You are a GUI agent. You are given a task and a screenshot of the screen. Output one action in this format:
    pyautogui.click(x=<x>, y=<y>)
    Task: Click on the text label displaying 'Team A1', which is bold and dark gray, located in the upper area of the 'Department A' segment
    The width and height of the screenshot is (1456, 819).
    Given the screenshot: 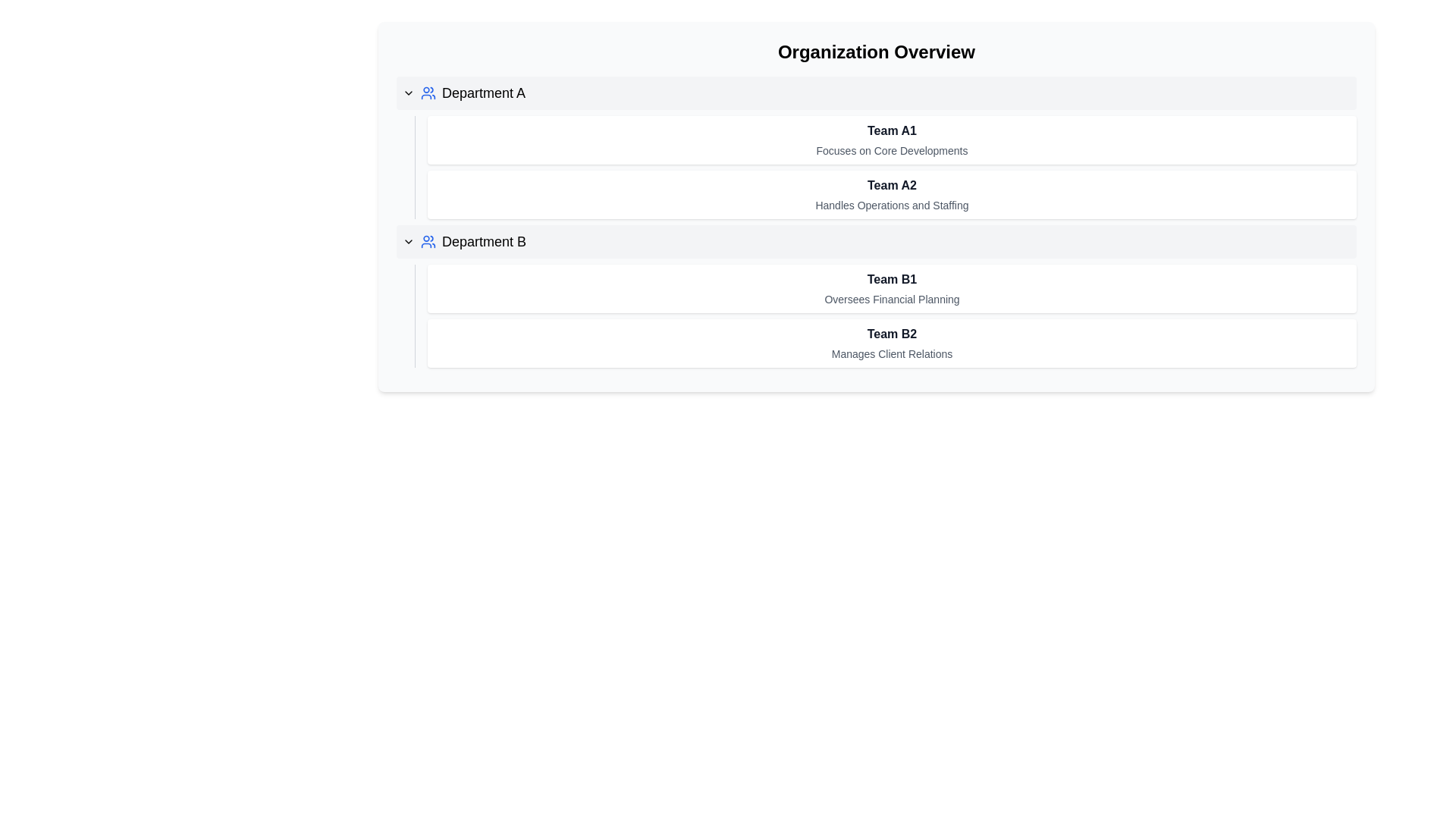 What is the action you would take?
    pyautogui.click(x=892, y=130)
    